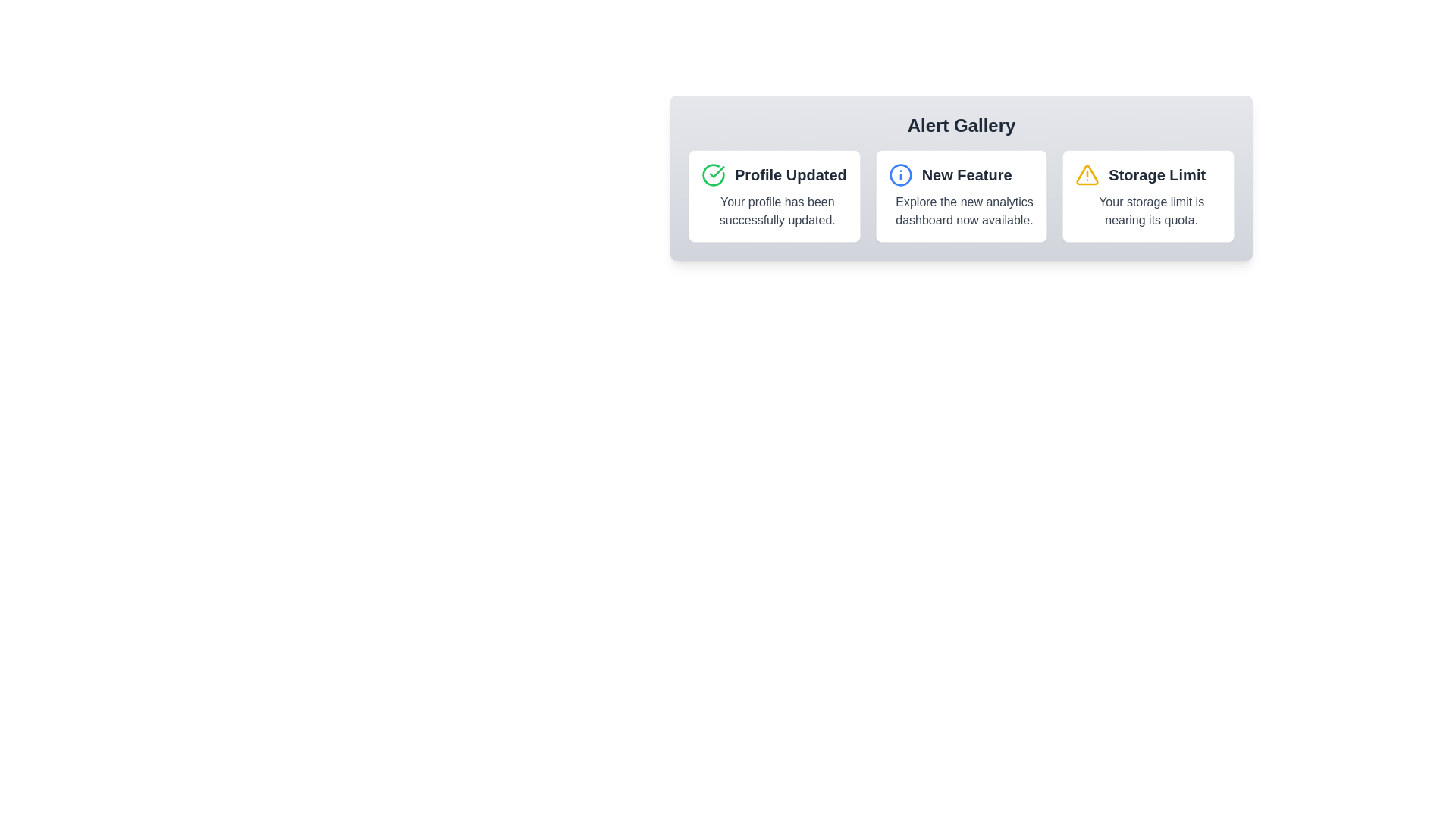 The image size is (1456, 819). I want to click on the 'New Feature' text label or the accompanying informational icon with a blue circular outline and 'i' symbol located in the second card of the Alert Gallery section, so click(960, 174).